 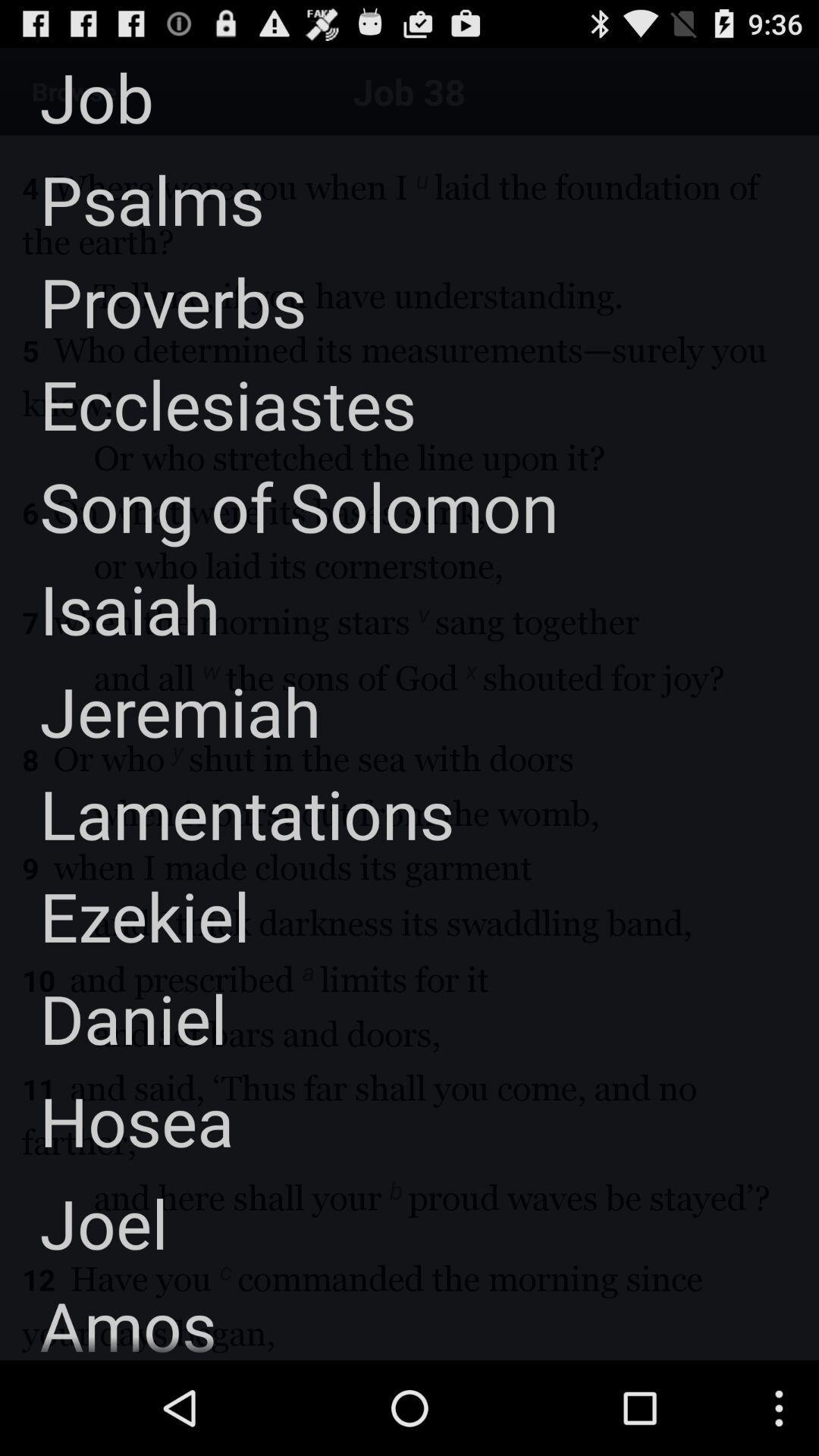 I want to click on the isaiah icon, so click(x=109, y=608).